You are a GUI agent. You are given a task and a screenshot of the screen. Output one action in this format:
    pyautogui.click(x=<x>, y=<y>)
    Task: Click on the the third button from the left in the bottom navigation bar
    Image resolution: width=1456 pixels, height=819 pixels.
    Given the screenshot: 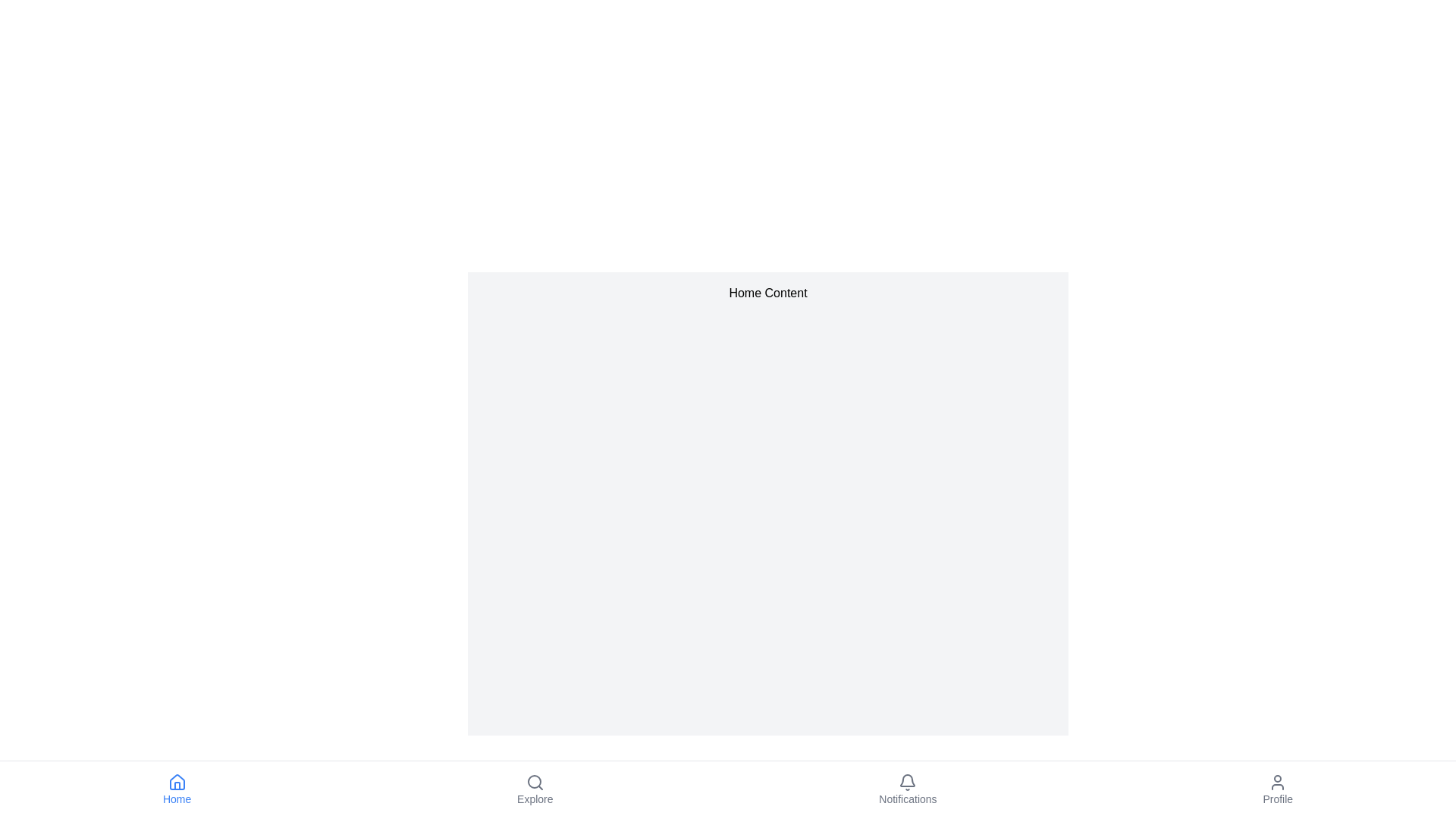 What is the action you would take?
    pyautogui.click(x=908, y=789)
    